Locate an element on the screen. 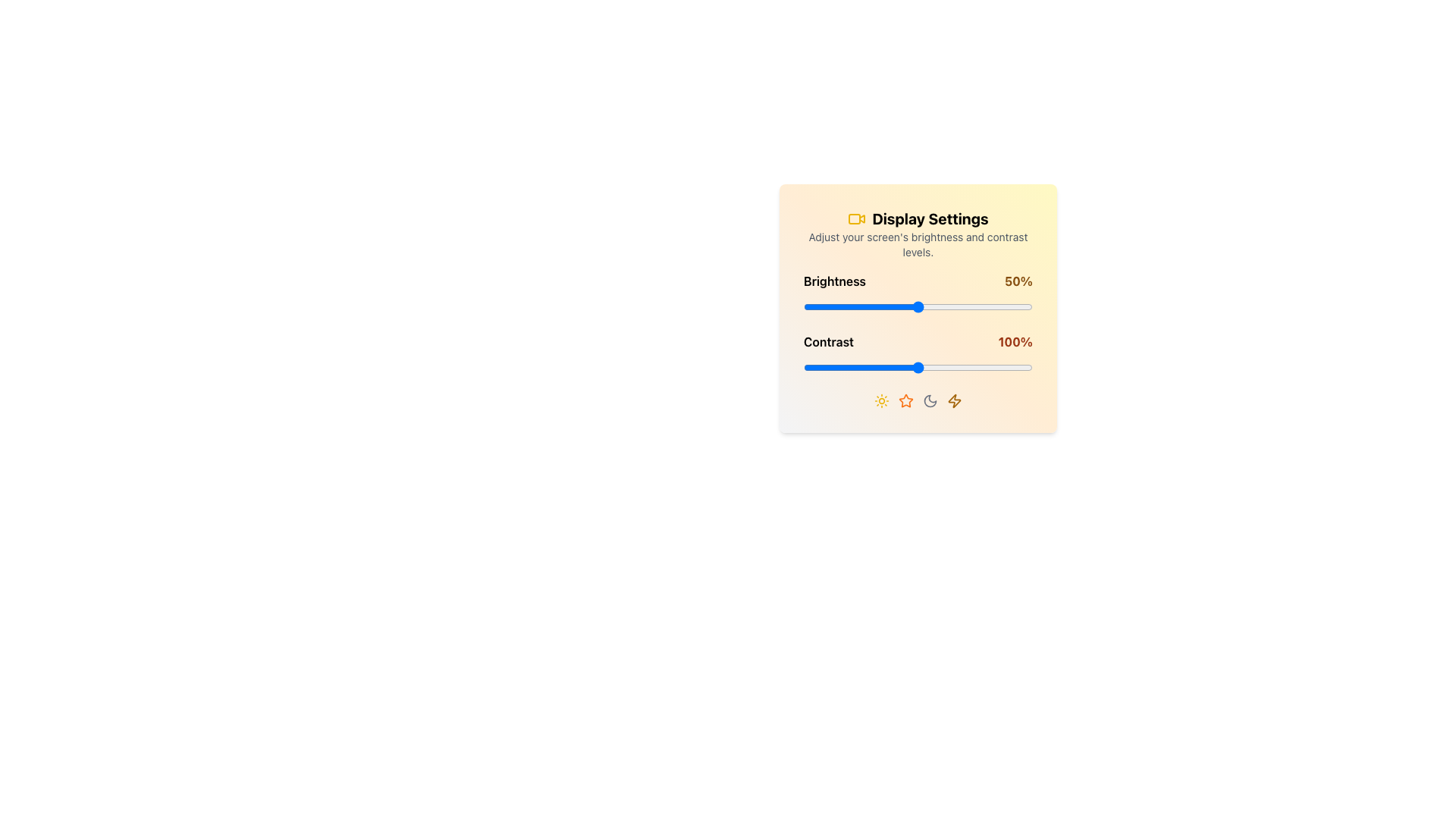  the text element displaying '50%' in bold yellow, which indicates the current brightness level and is aligned to the right of the 'Brightness' label in the Display Settings panel is located at coordinates (1018, 281).